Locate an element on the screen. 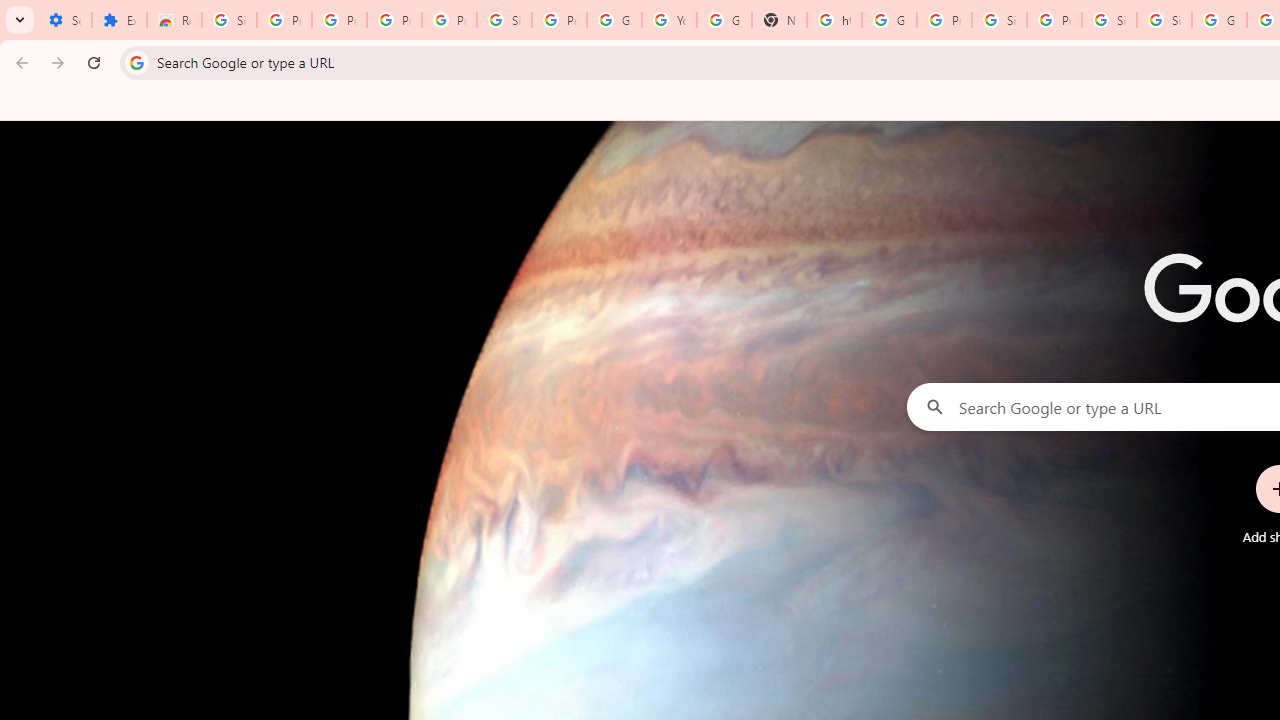 This screenshot has width=1280, height=720. 'Google Account' is located at coordinates (614, 20).